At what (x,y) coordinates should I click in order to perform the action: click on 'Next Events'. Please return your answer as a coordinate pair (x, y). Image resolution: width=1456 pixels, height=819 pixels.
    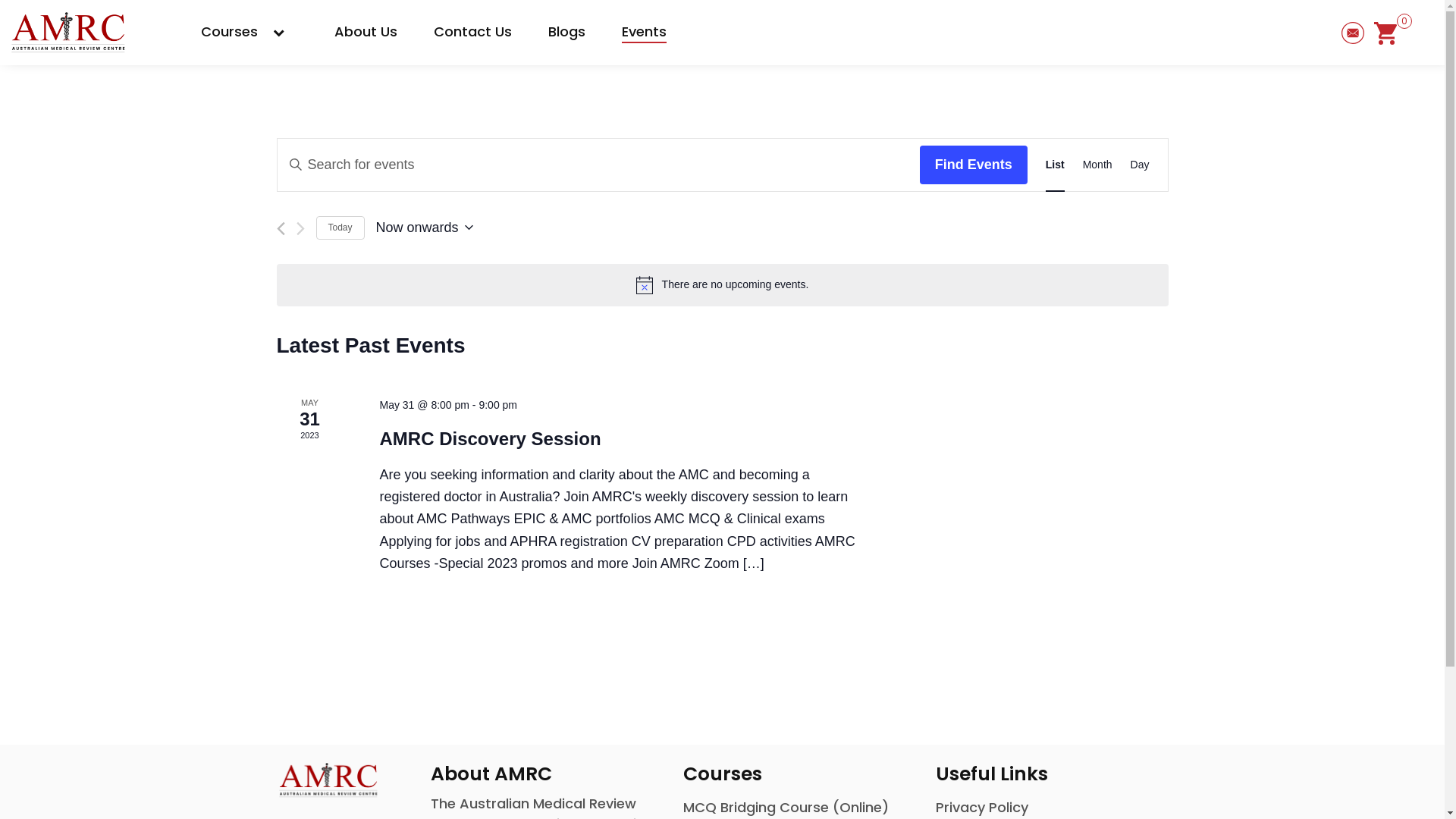
    Looking at the image, I should click on (300, 228).